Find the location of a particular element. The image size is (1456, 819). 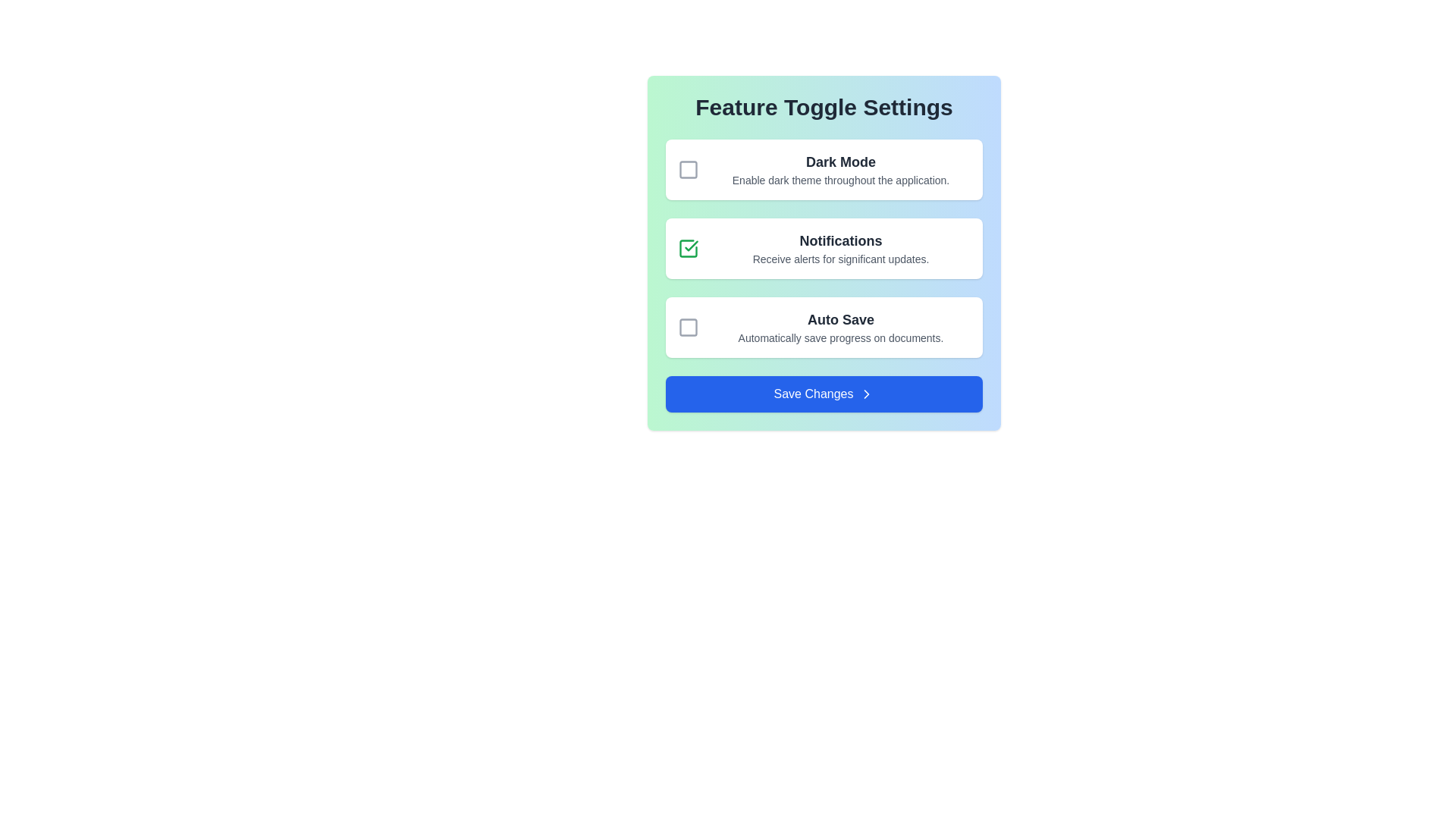

the descriptive text area titled 'Dark Mode' which displays information about the feature, positioned first in the list under 'Feature Toggle Settings' is located at coordinates (839, 169).